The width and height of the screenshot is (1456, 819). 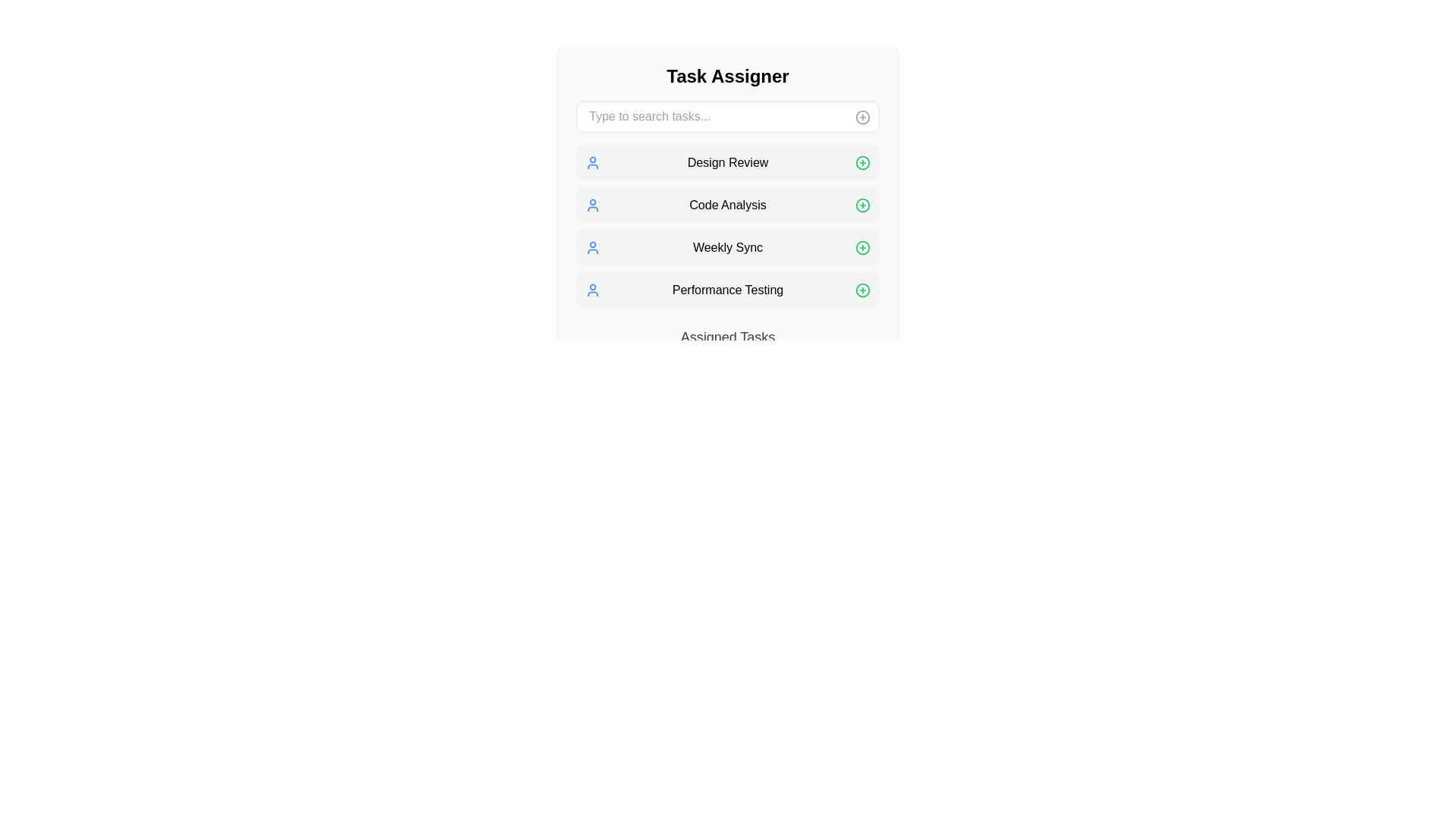 I want to click on the text label for 'Code Analysis', which is the second entry in the 'Task Assigner' list, positioned between 'Design Review' and 'Weekly Sync', so click(x=728, y=205).